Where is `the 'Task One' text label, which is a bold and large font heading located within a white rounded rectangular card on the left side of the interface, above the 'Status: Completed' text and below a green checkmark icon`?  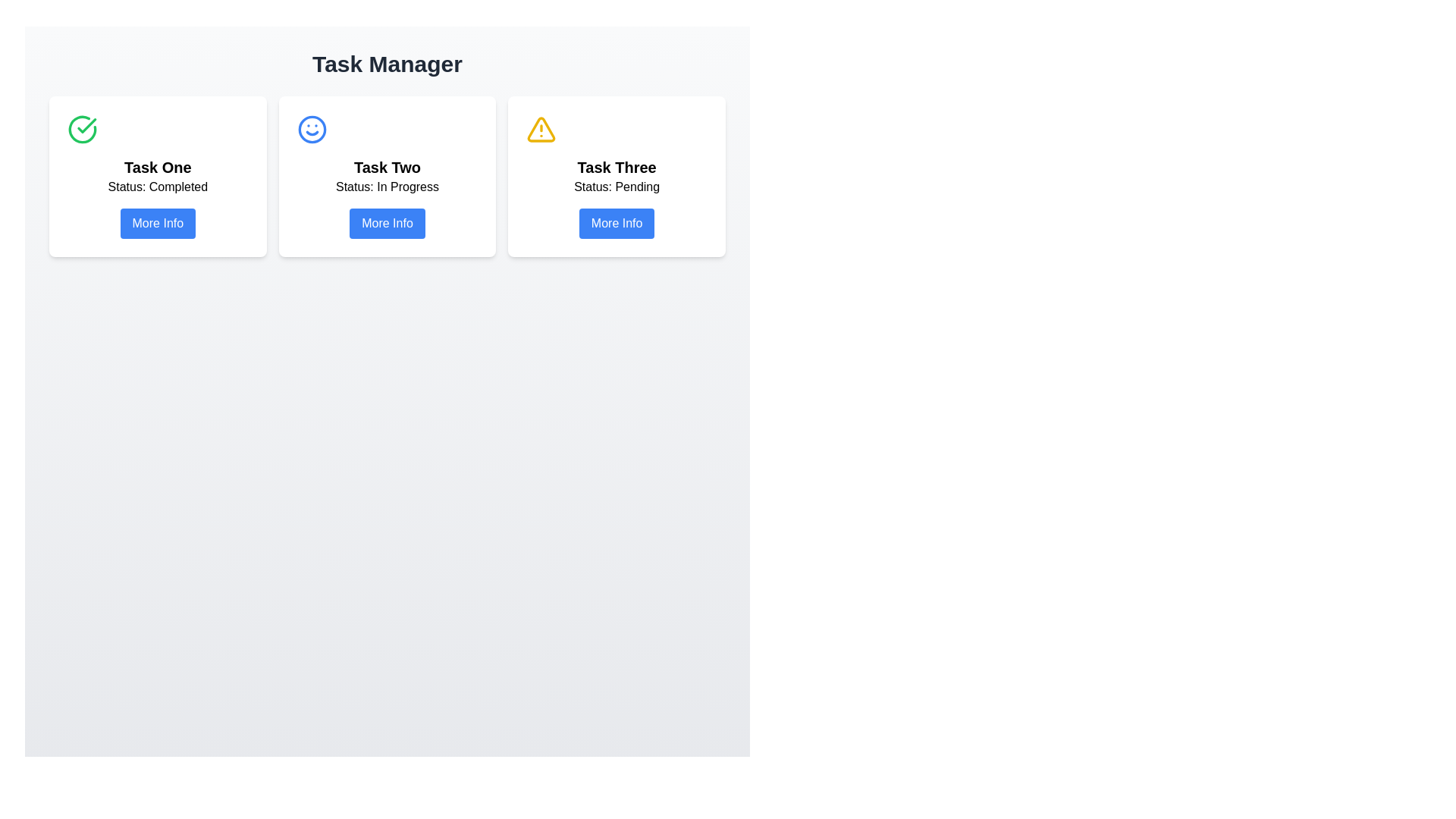 the 'Task One' text label, which is a bold and large font heading located within a white rounded rectangular card on the left side of the interface, above the 'Status: Completed' text and below a green checkmark icon is located at coordinates (158, 167).